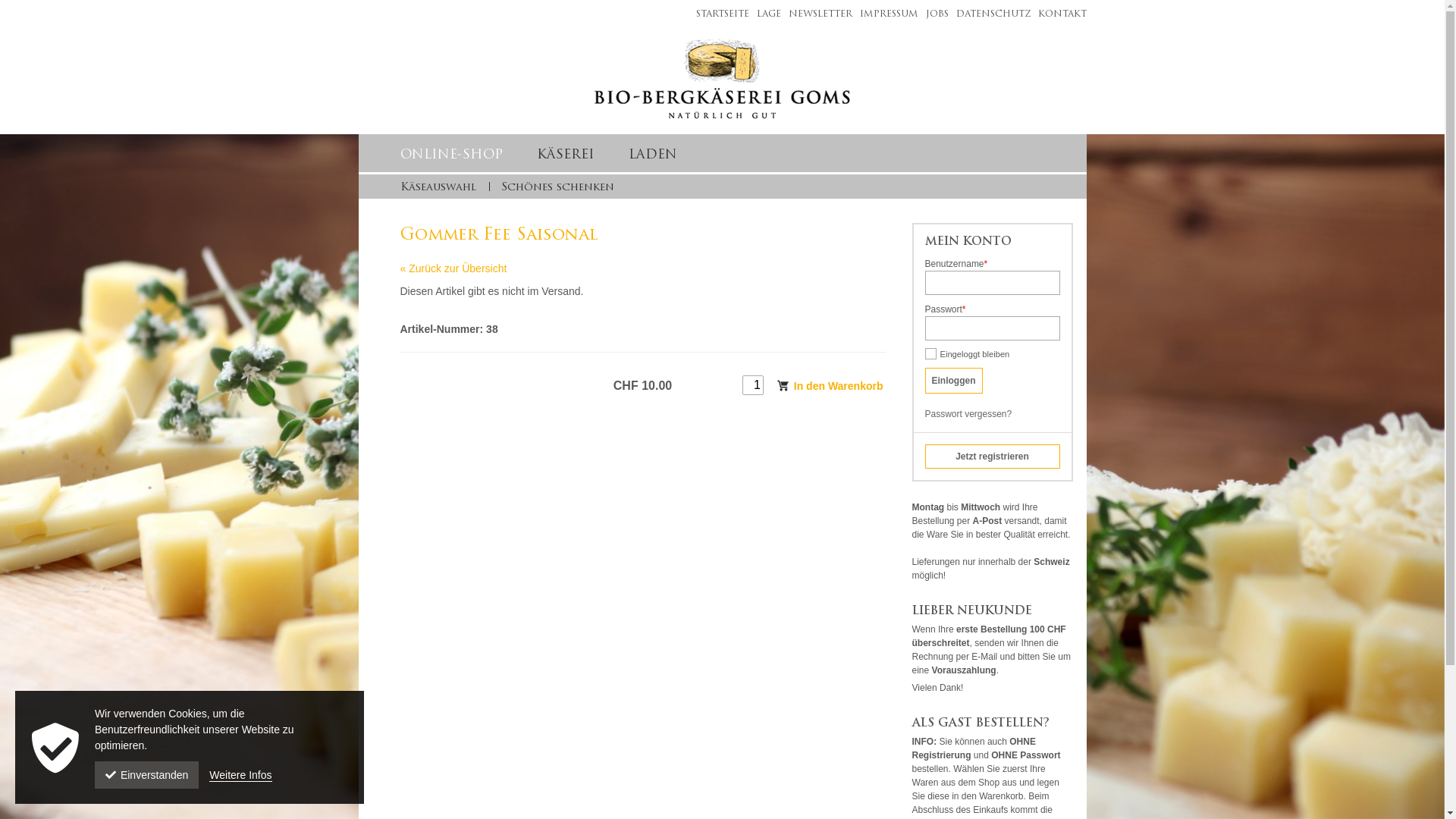 This screenshot has width=1456, height=819. What do you see at coordinates (916, 14) in the screenshot?
I see `'JOBS'` at bounding box center [916, 14].